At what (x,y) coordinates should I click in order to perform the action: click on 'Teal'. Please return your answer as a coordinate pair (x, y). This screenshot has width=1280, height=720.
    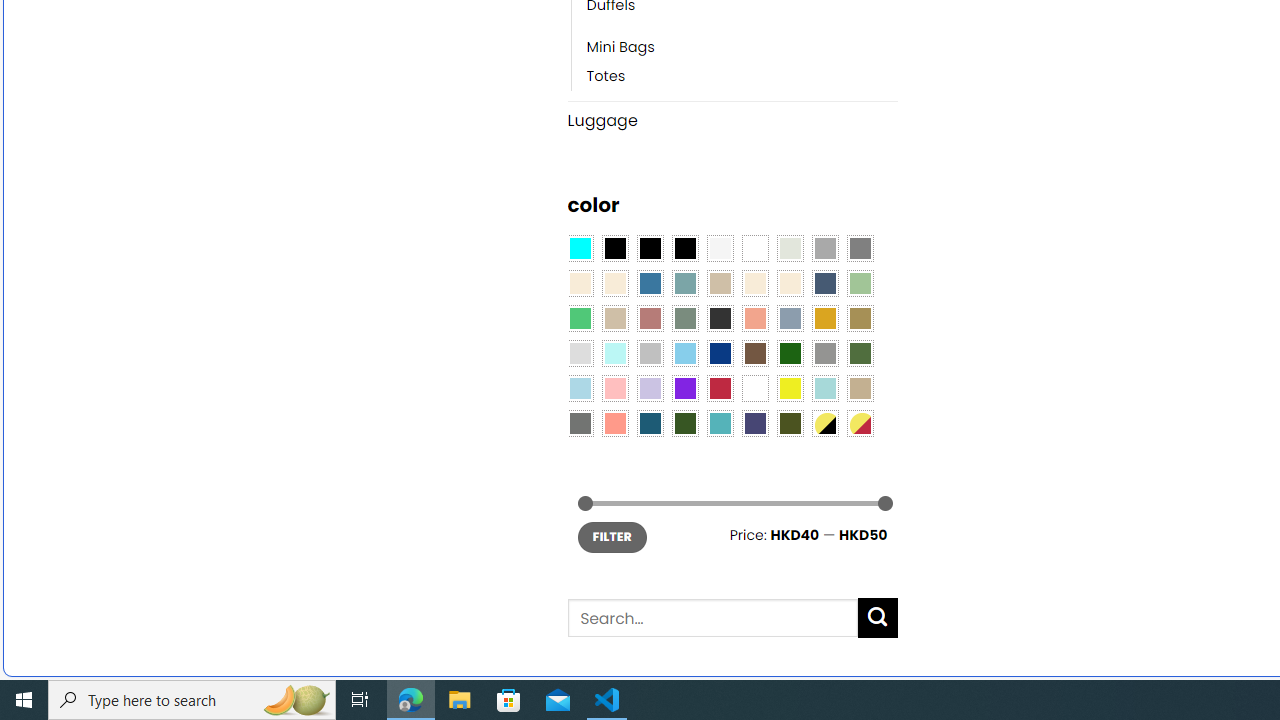
    Looking at the image, I should click on (720, 423).